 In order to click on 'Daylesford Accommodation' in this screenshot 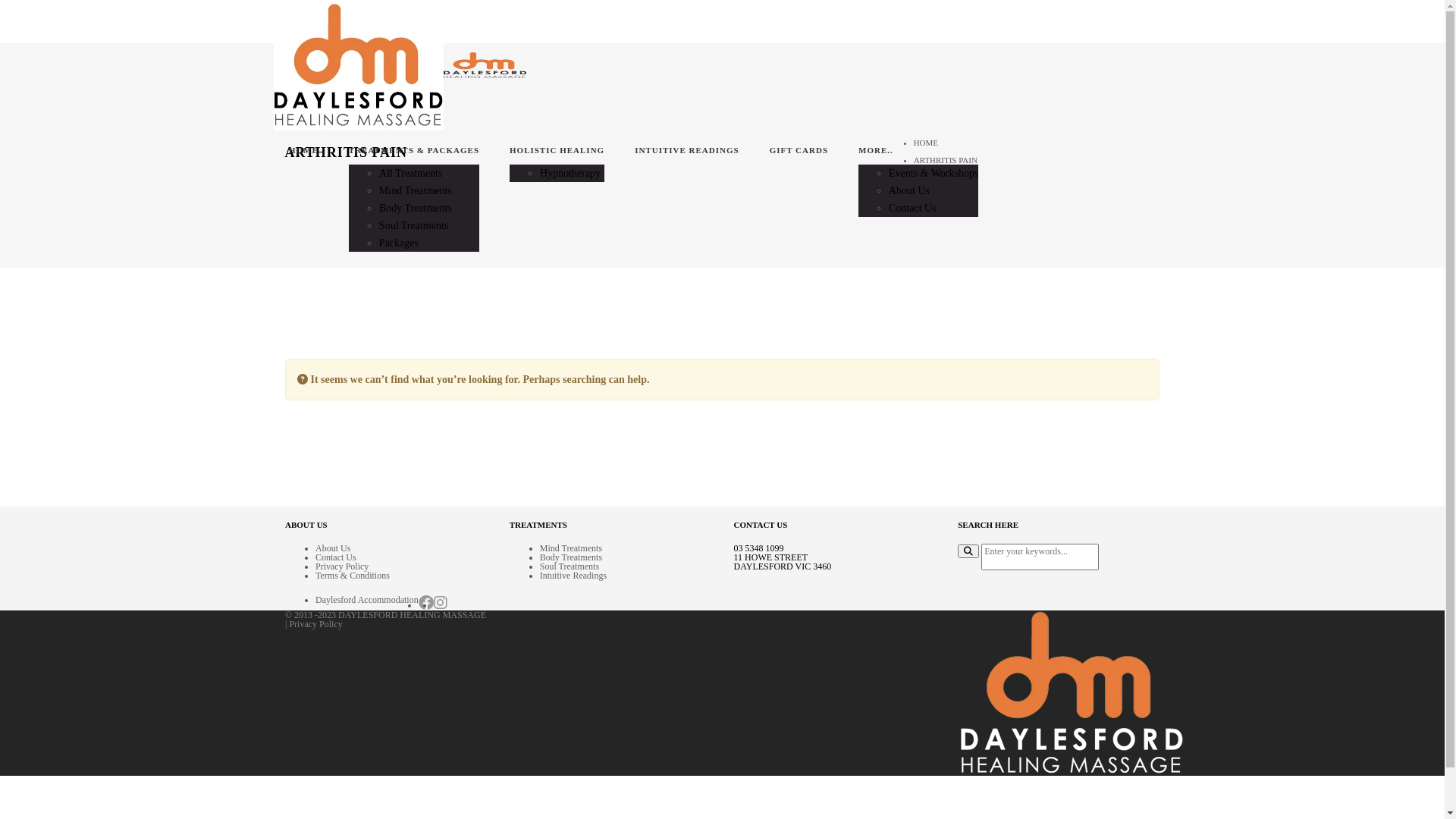, I will do `click(367, 598)`.